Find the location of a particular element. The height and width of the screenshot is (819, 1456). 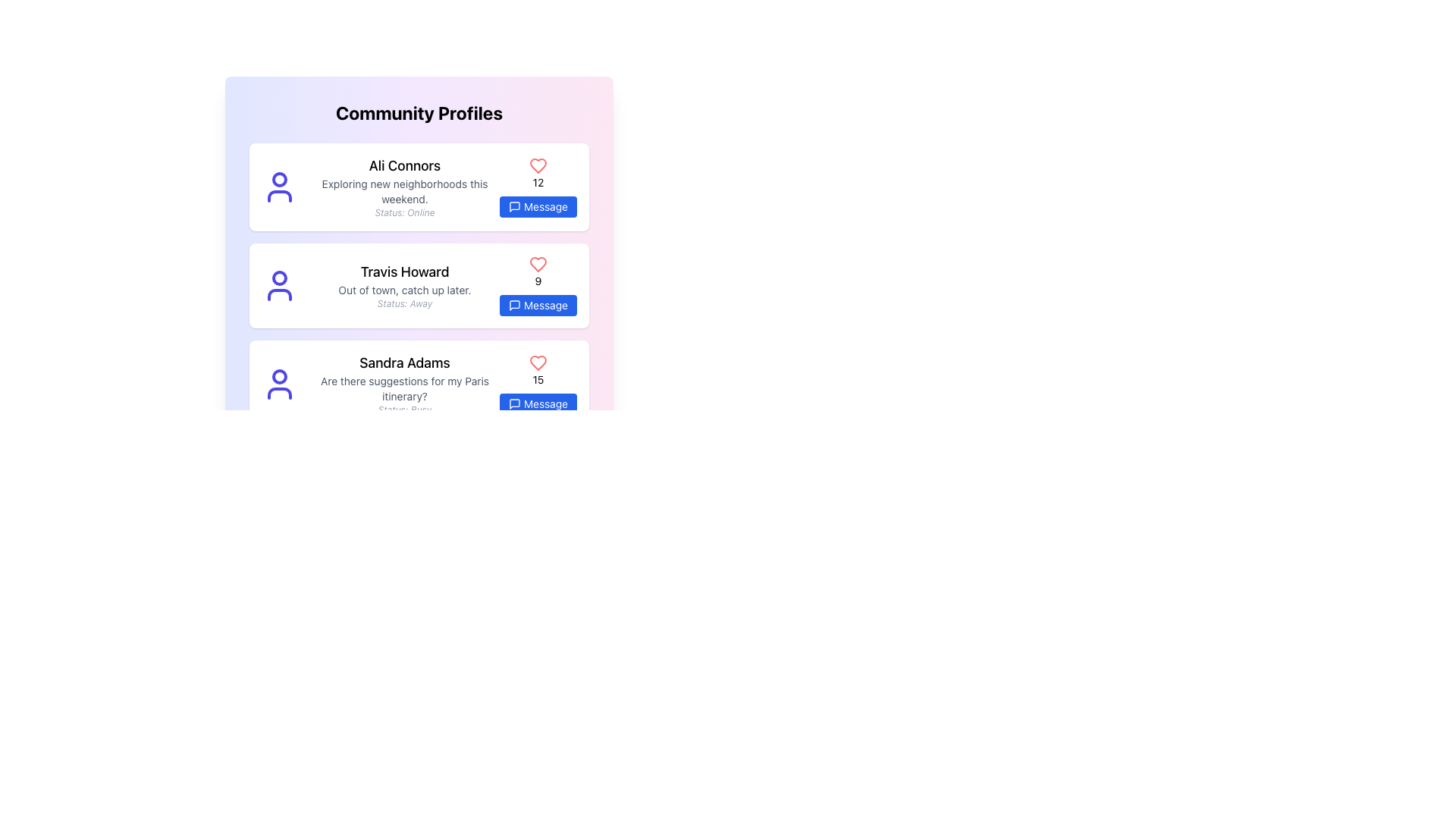

the Circle SVG element representing the head in the user profile icon for 'Travis Howard' in the 'Community Profiles' section is located at coordinates (280, 278).